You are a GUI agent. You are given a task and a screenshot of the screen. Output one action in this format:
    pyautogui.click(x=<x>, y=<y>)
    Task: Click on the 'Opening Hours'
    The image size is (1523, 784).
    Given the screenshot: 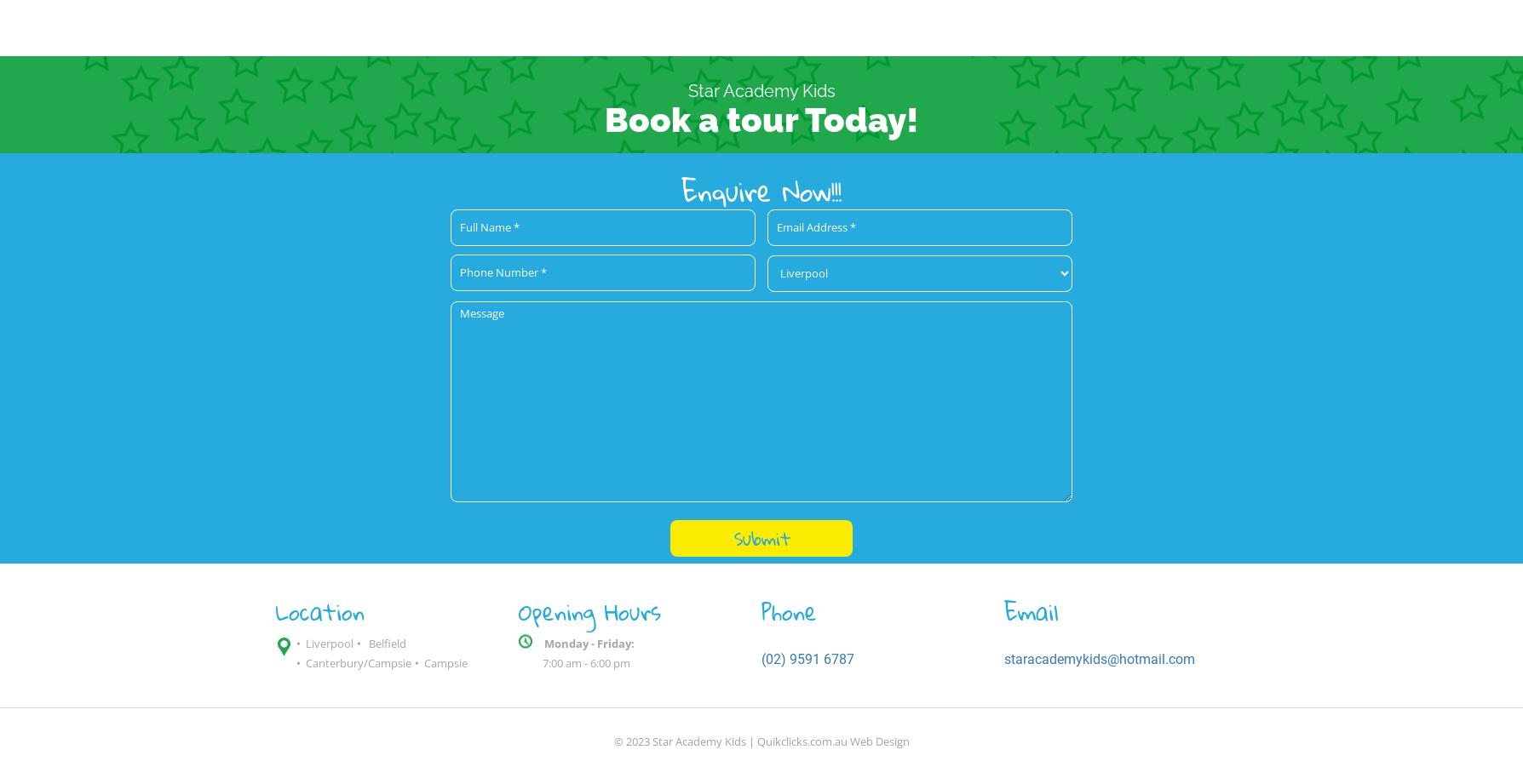 What is the action you would take?
    pyautogui.click(x=589, y=610)
    